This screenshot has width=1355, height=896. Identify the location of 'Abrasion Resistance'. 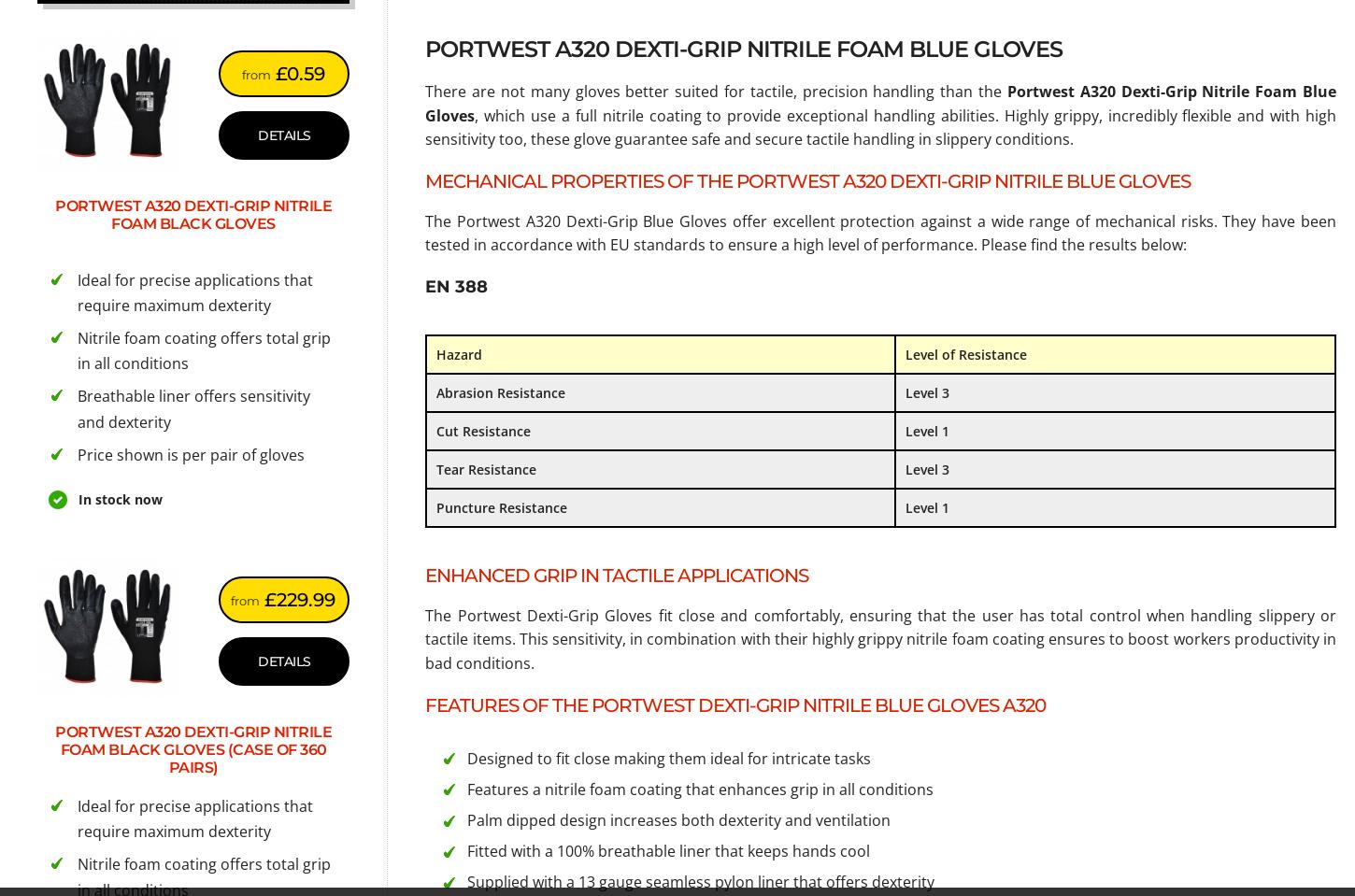
(501, 391).